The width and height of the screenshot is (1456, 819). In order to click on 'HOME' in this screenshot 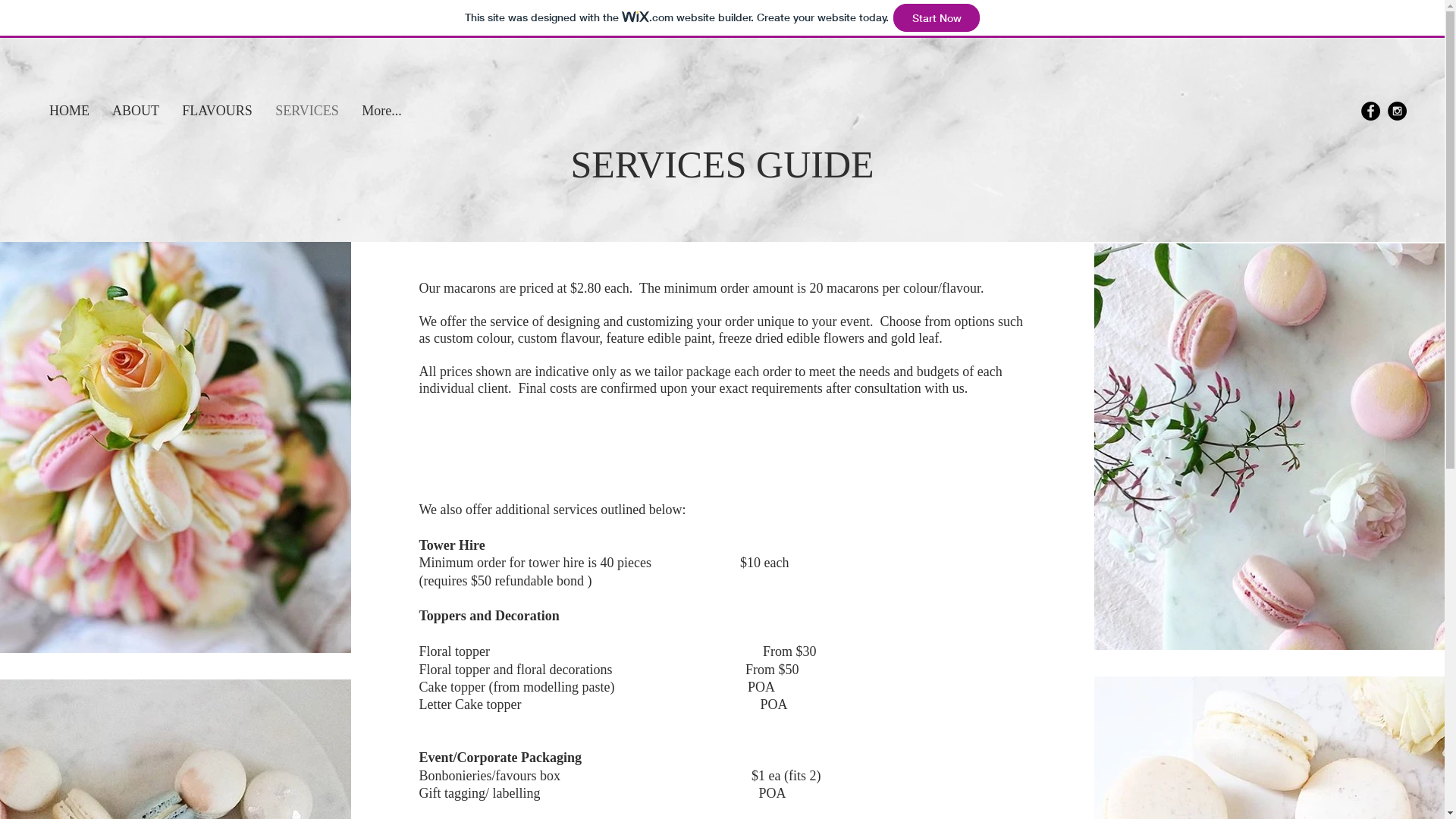, I will do `click(68, 110)`.